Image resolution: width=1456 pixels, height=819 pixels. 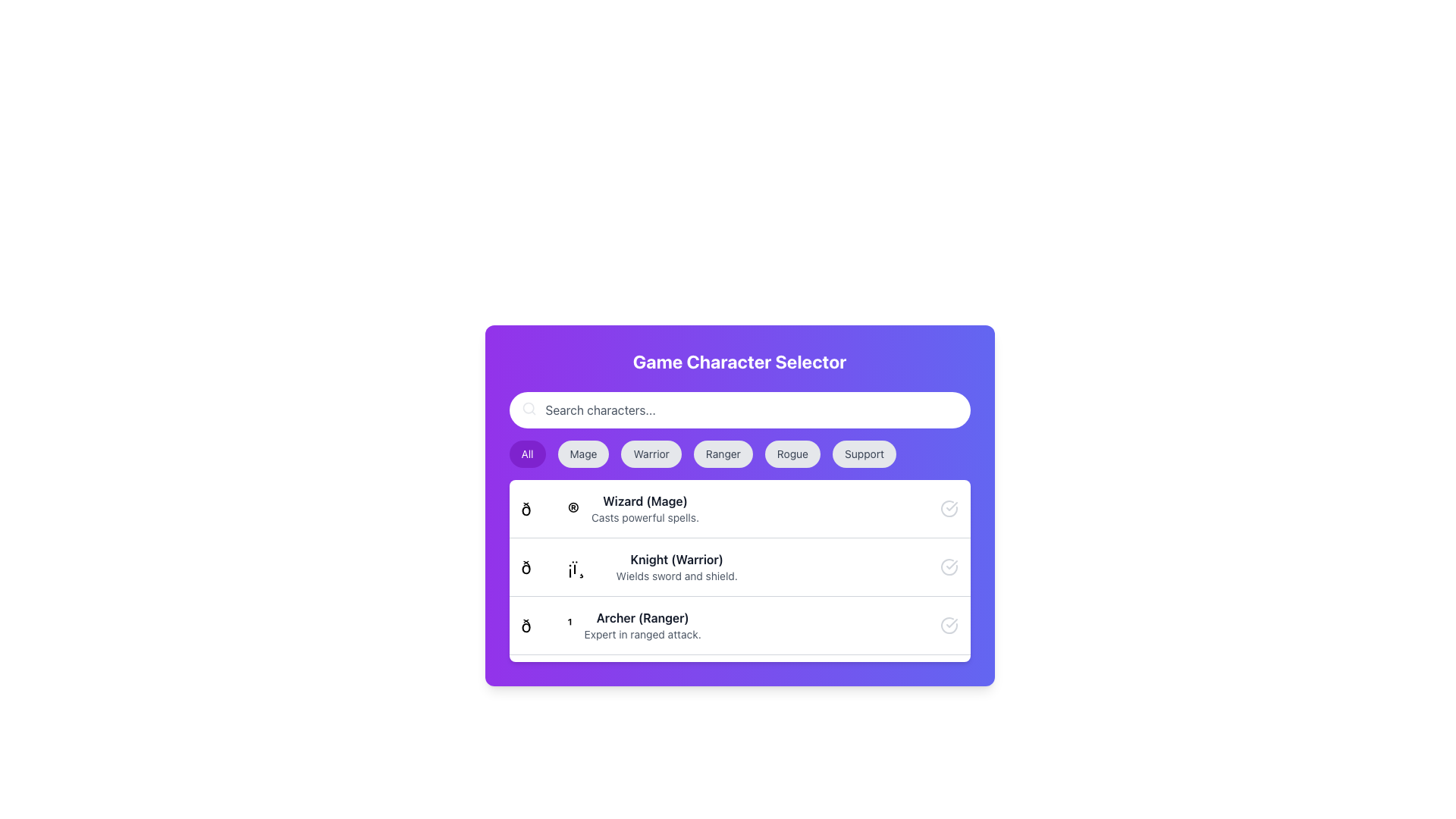 I want to click on the second text block representing a character class, which includes its title and subtitle, so click(x=676, y=567).